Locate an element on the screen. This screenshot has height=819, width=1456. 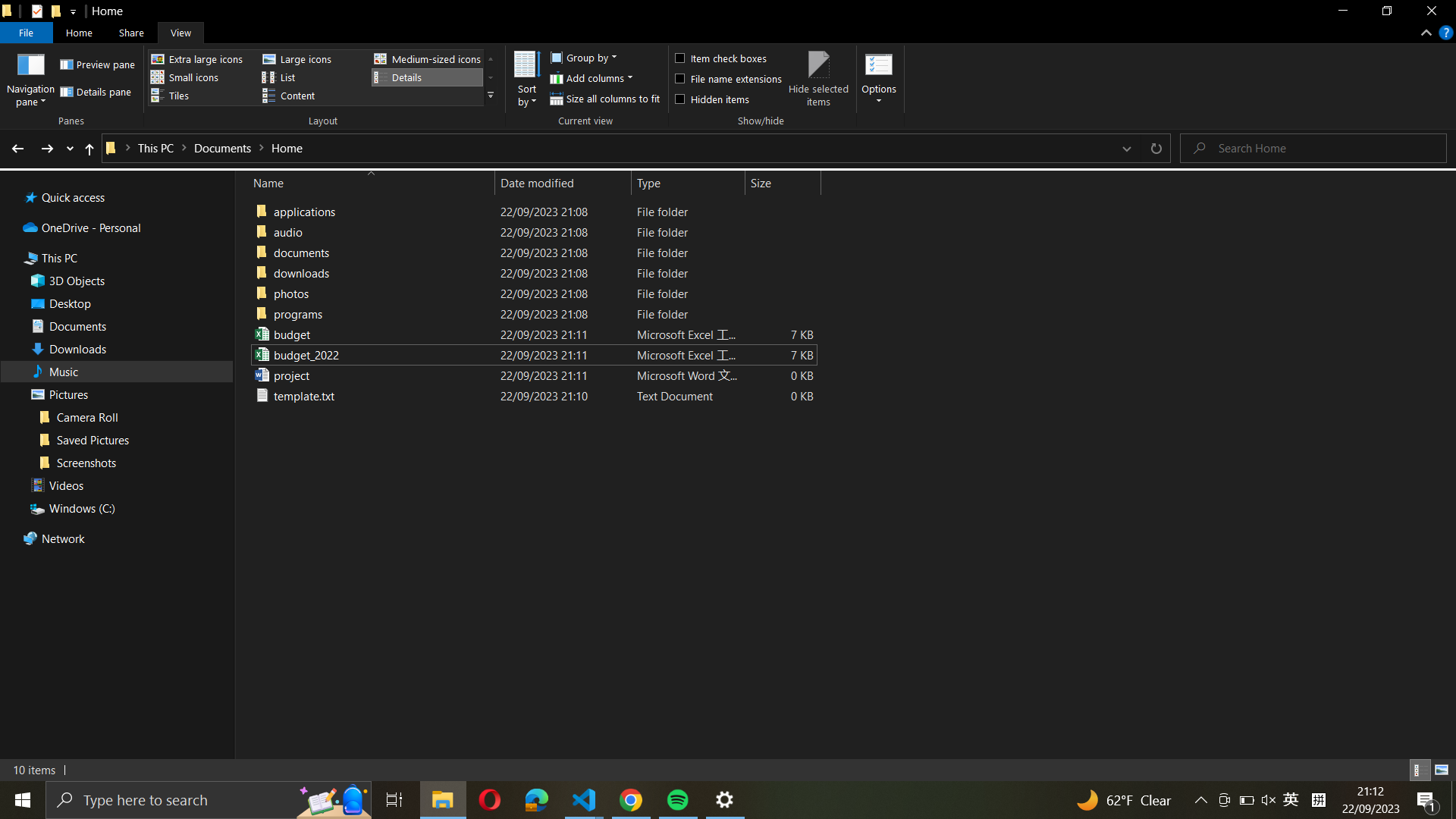
Organize the files in "documents" folder based on their names is located at coordinates (531, 271).